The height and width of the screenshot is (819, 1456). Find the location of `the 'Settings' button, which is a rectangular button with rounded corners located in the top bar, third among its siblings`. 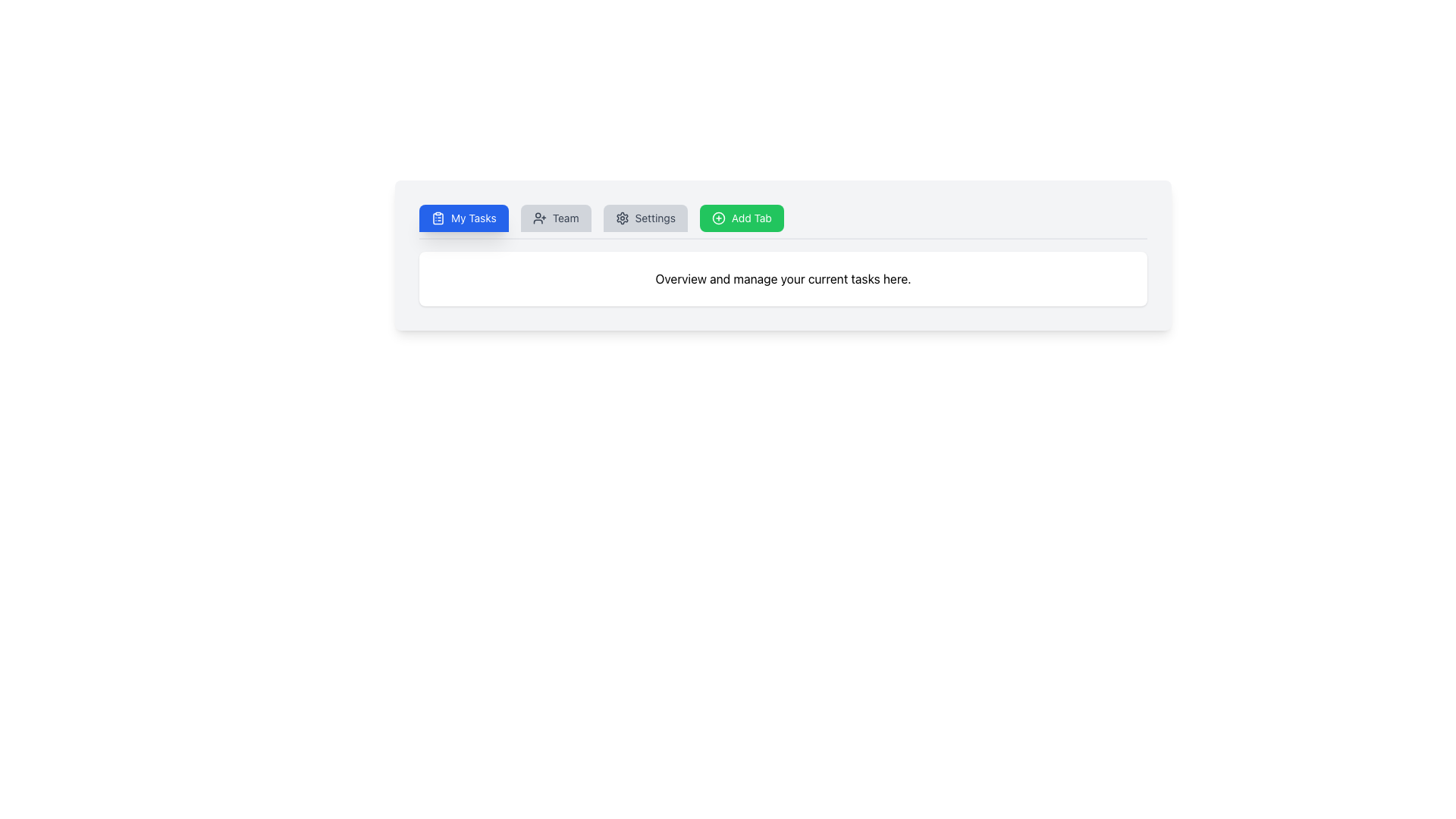

the 'Settings' button, which is a rectangular button with rounded corners located in the top bar, third among its siblings is located at coordinates (645, 218).